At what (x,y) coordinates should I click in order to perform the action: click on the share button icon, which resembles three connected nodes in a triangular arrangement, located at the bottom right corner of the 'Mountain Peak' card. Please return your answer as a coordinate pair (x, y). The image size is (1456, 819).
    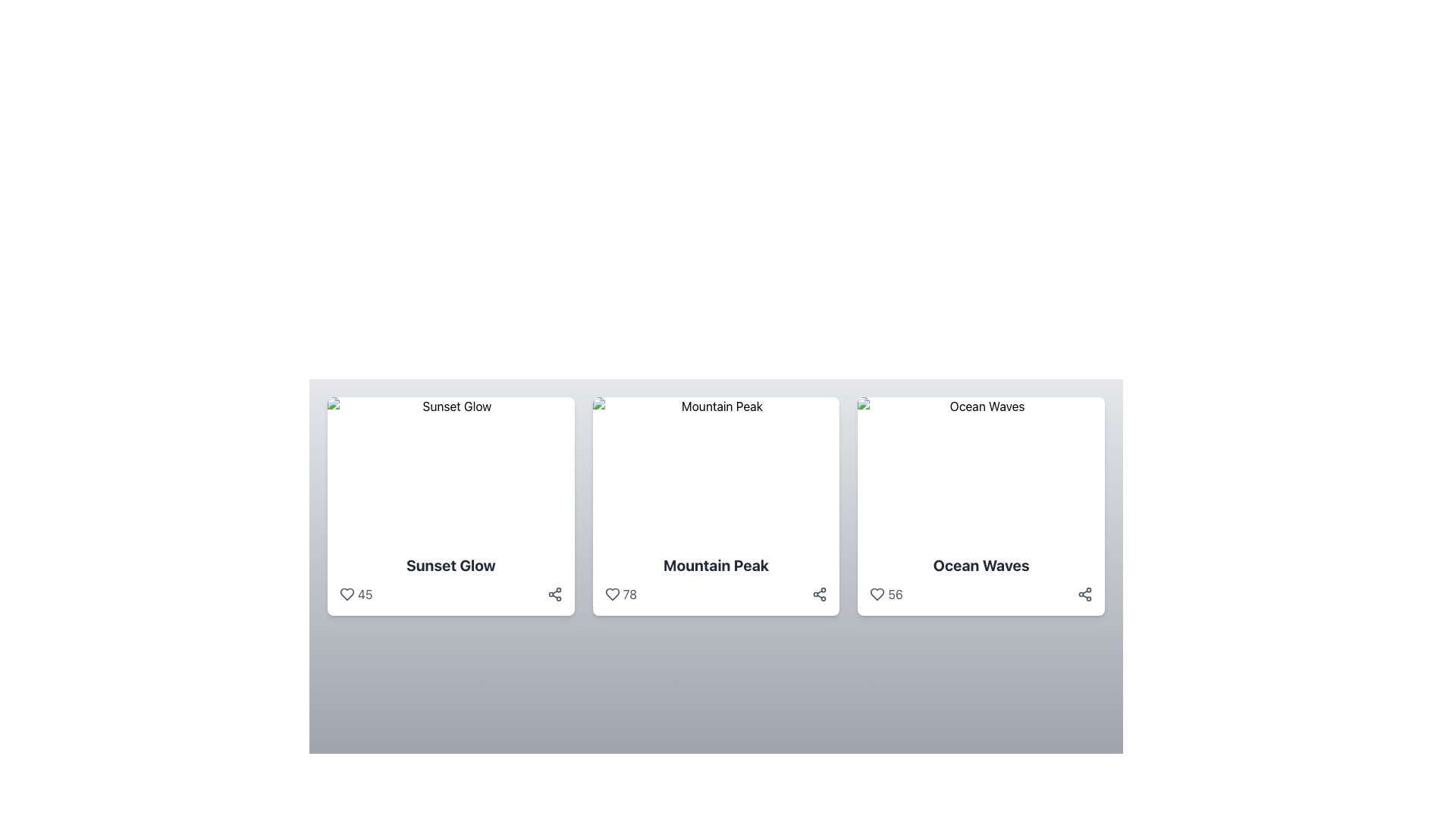
    Looking at the image, I should click on (819, 593).